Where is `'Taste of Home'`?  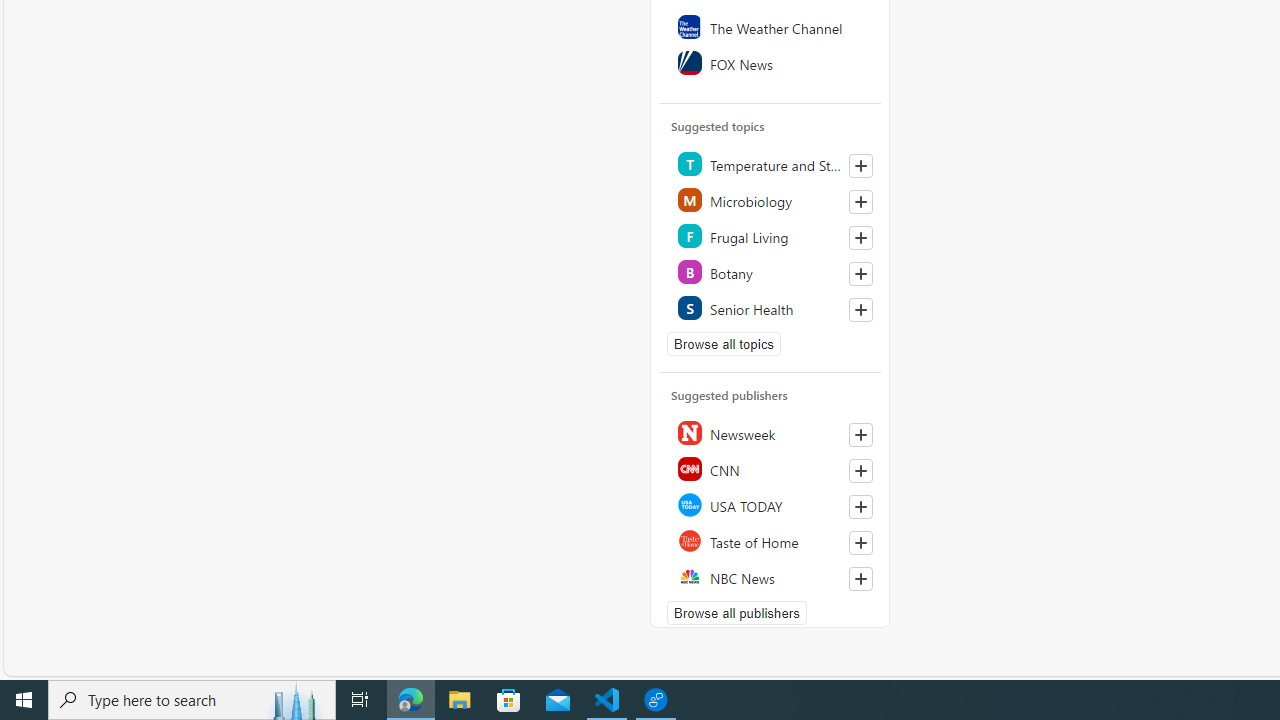
'Taste of Home' is located at coordinates (770, 541).